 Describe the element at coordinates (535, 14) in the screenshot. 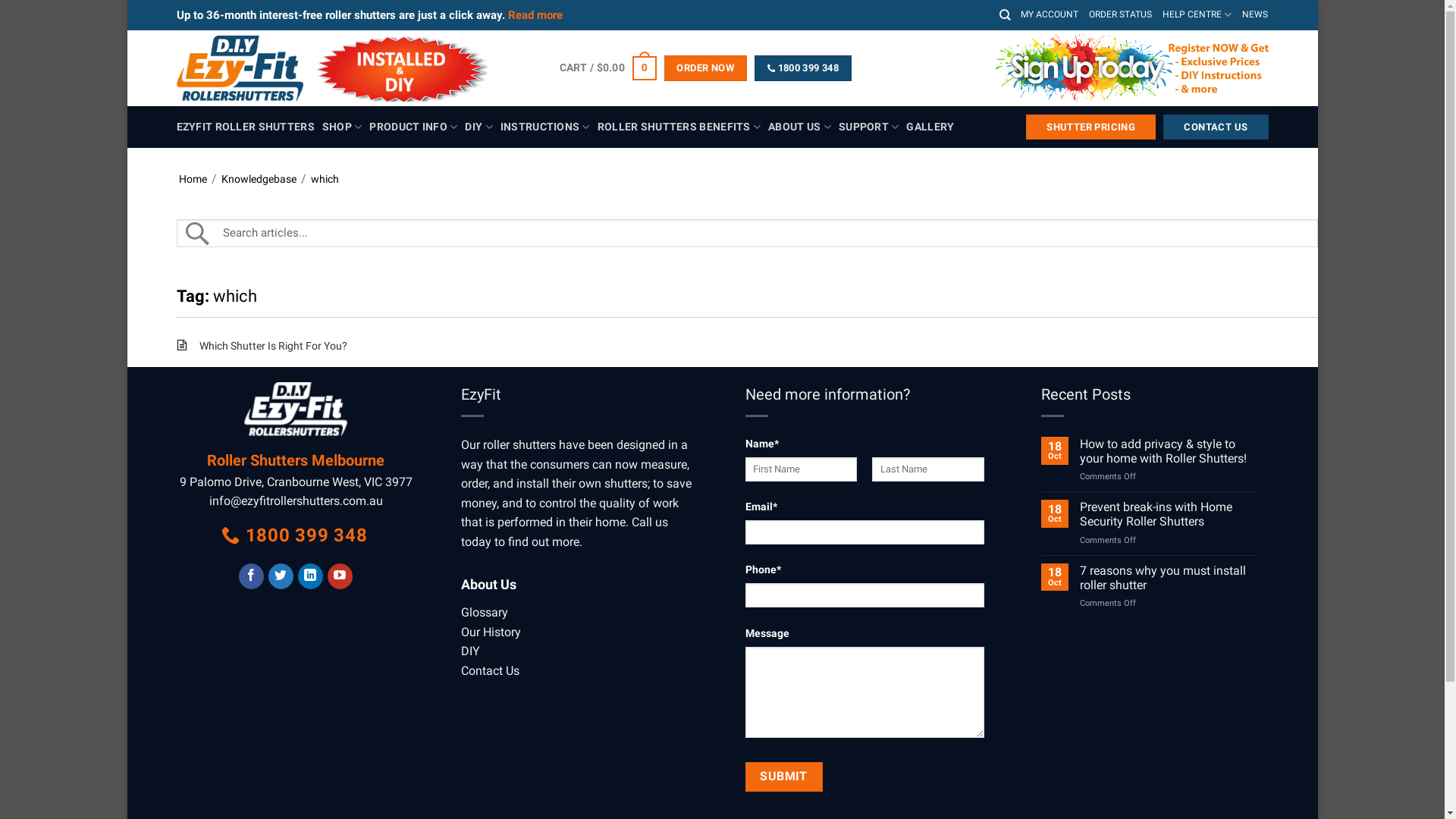

I see `'Read more'` at that location.